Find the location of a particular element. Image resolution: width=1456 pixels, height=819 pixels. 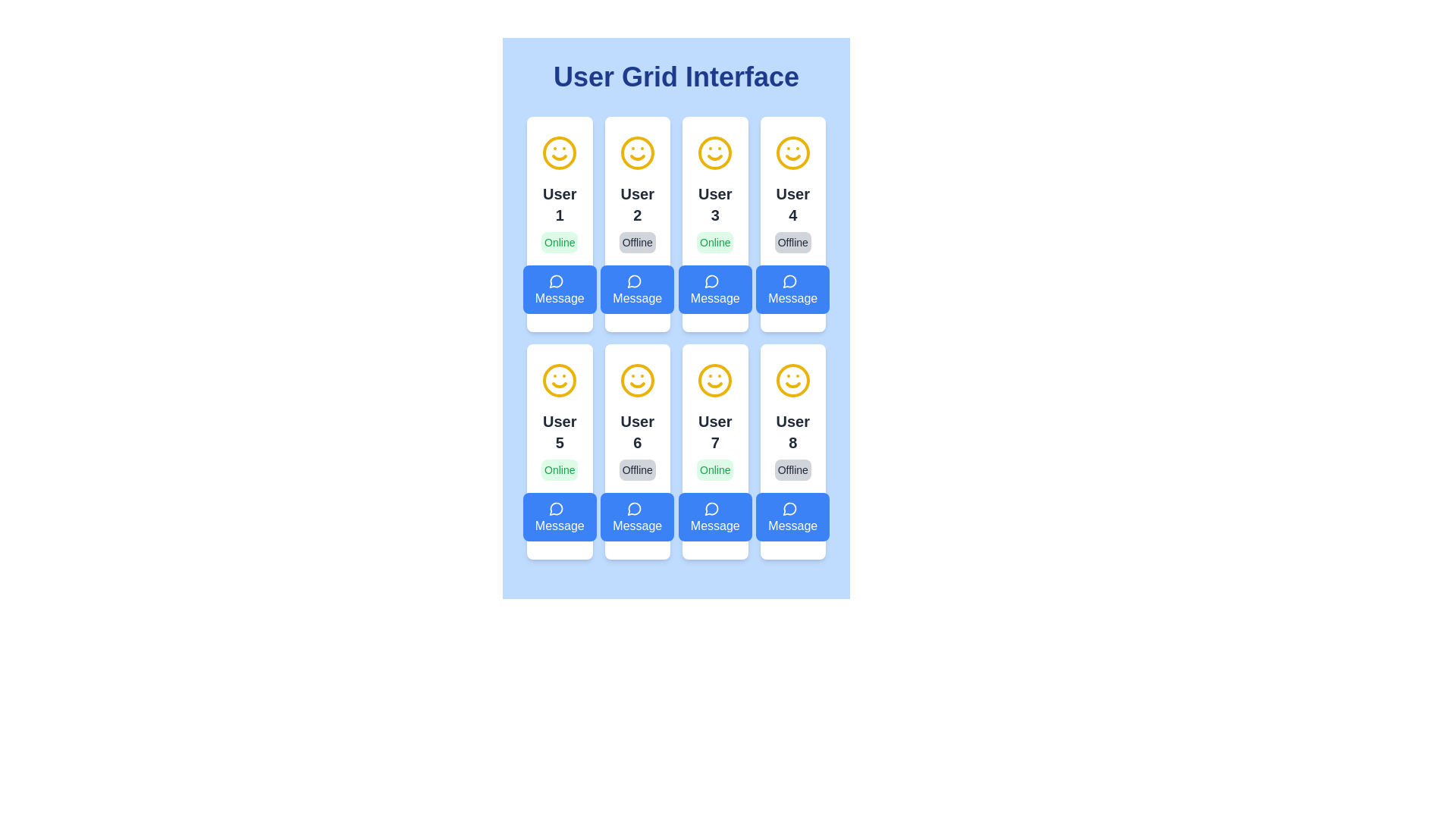

the User Card displaying the user's name and status, located in the second row, first column of the grid layout is located at coordinates (559, 451).